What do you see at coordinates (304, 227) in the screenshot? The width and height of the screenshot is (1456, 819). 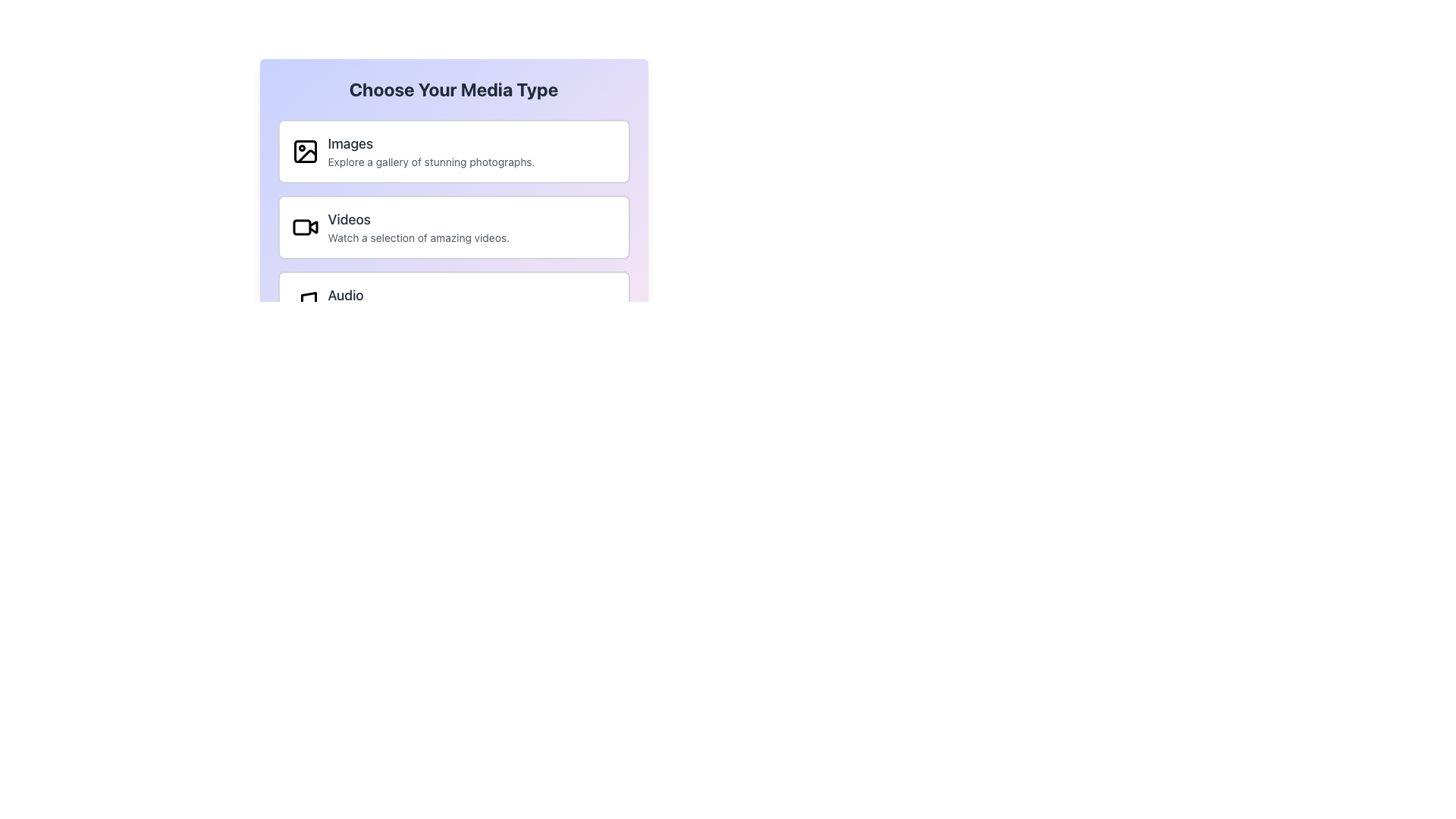 I see `the 'Videos' icon located on the left side of the card labeled 'Videos', which is the second card in the vertical list under 'Choose Your Media Type'` at bounding box center [304, 227].